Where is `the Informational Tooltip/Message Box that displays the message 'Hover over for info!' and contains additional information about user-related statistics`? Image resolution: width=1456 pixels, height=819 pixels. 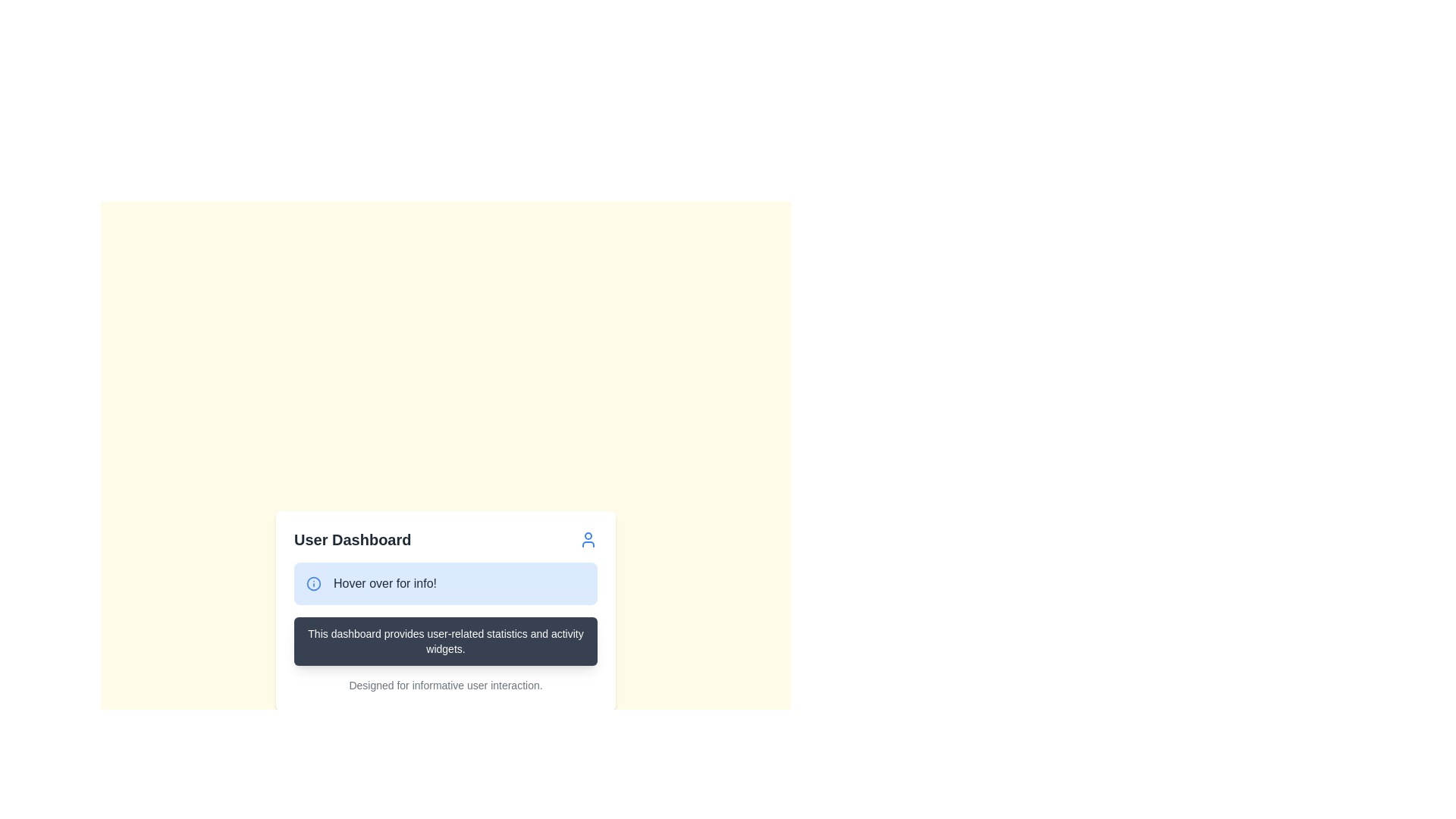
the Informational Tooltip/Message Box that displays the message 'Hover over for info!' and contains additional information about user-related statistics is located at coordinates (445, 614).